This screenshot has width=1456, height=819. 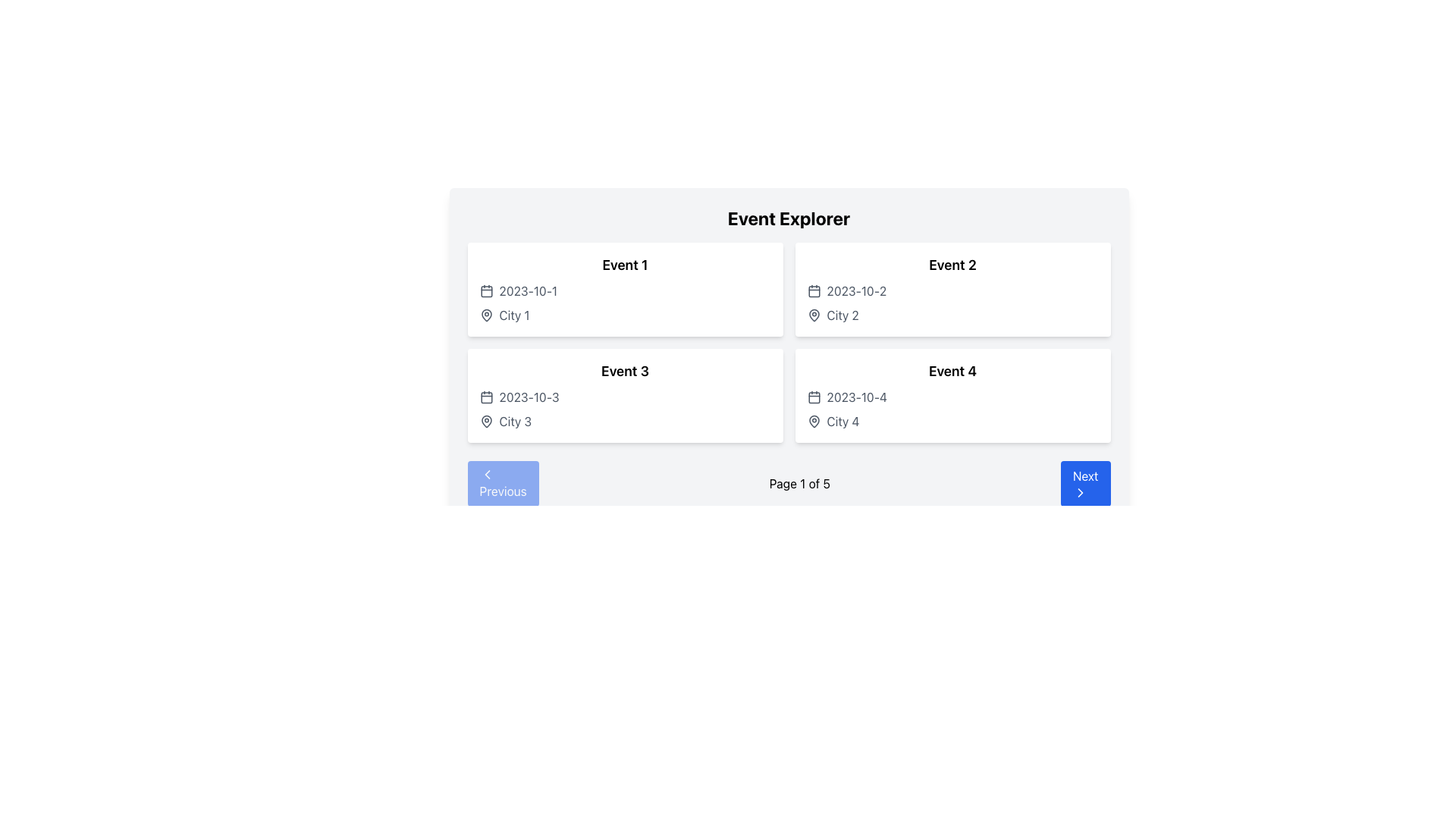 I want to click on the event information card located in the top-right section of the grid to associate the event information, so click(x=952, y=289).